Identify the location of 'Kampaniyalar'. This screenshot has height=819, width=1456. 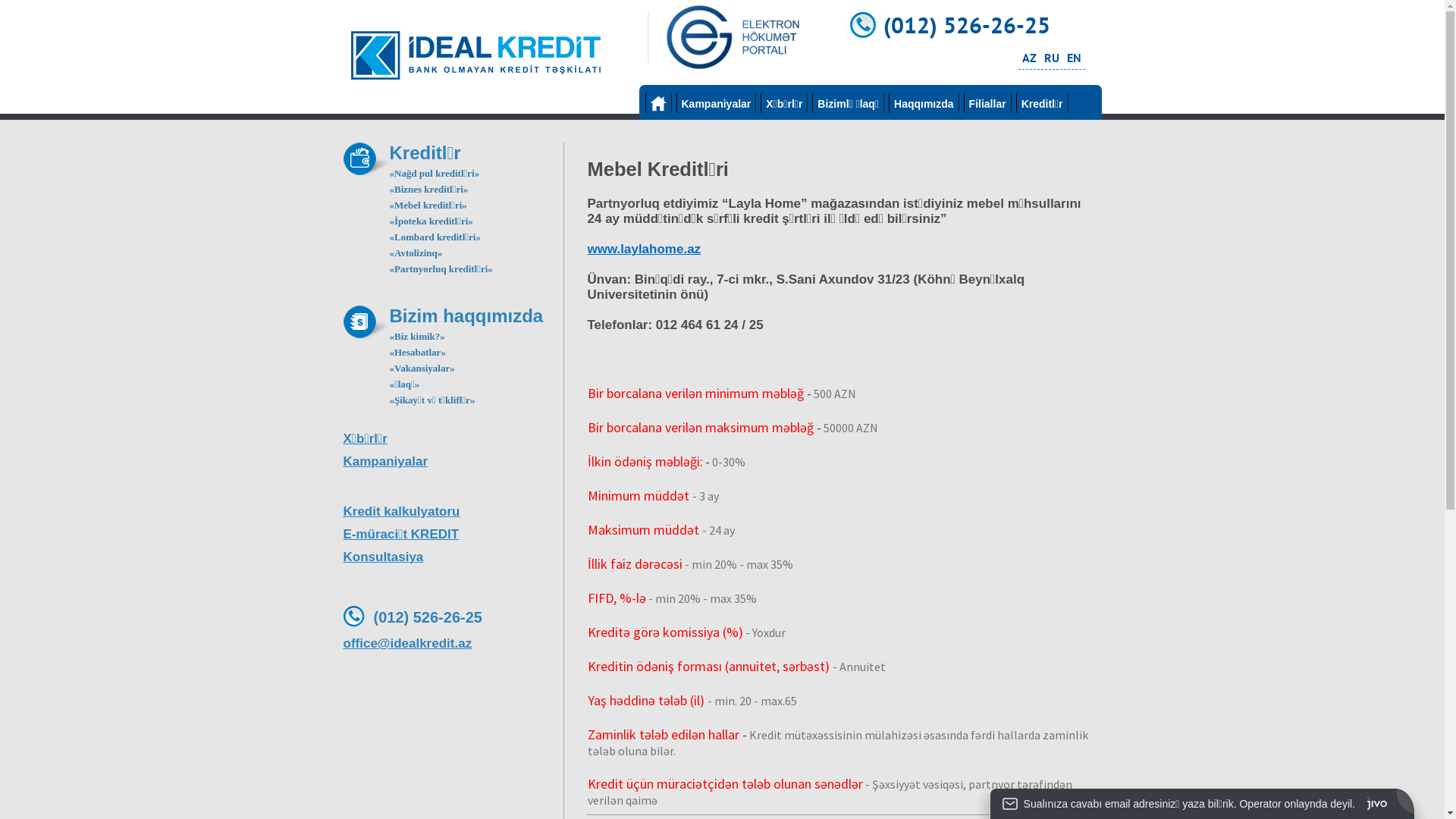
(716, 102).